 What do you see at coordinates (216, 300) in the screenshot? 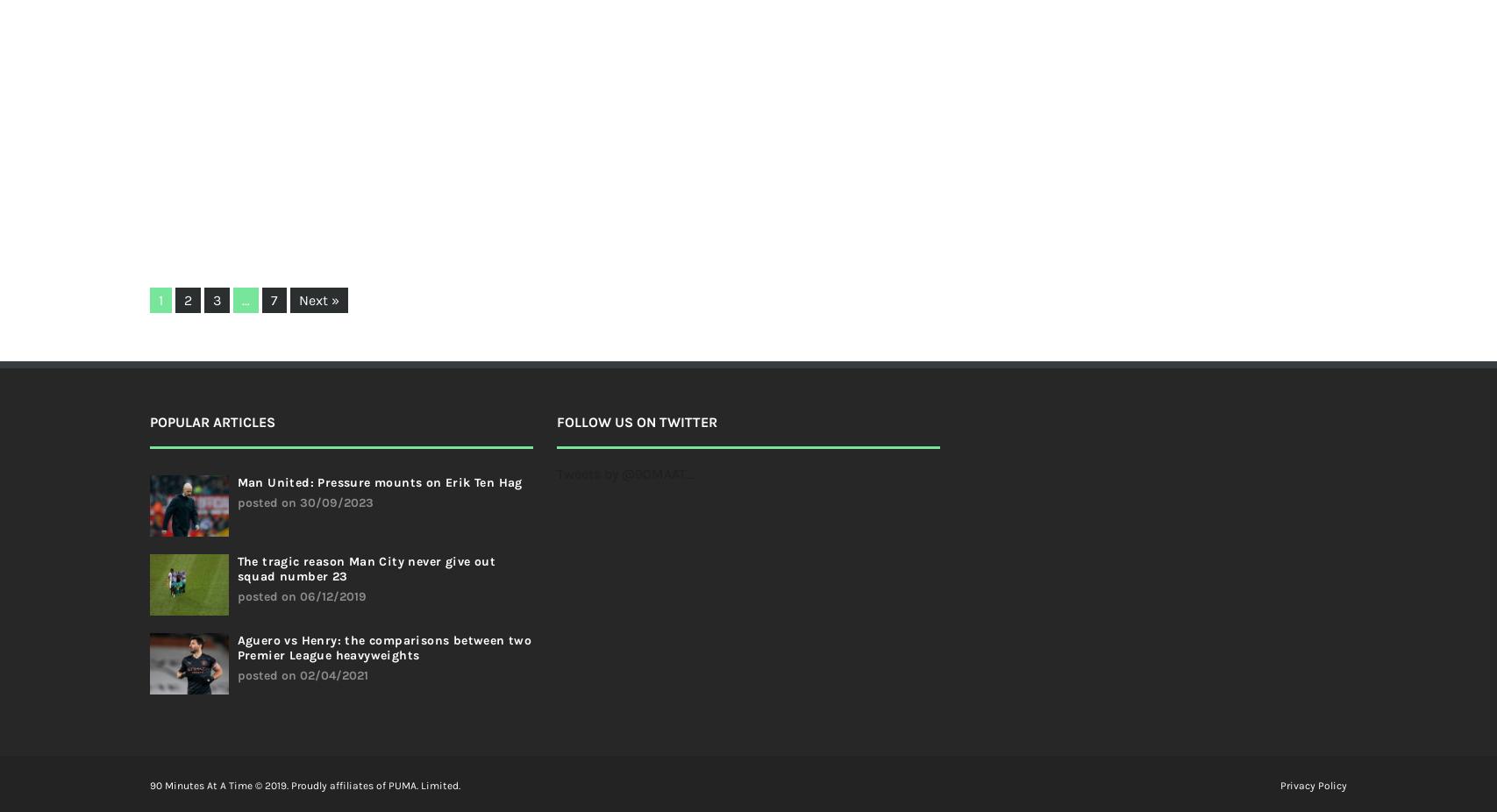
I see `'3'` at bounding box center [216, 300].